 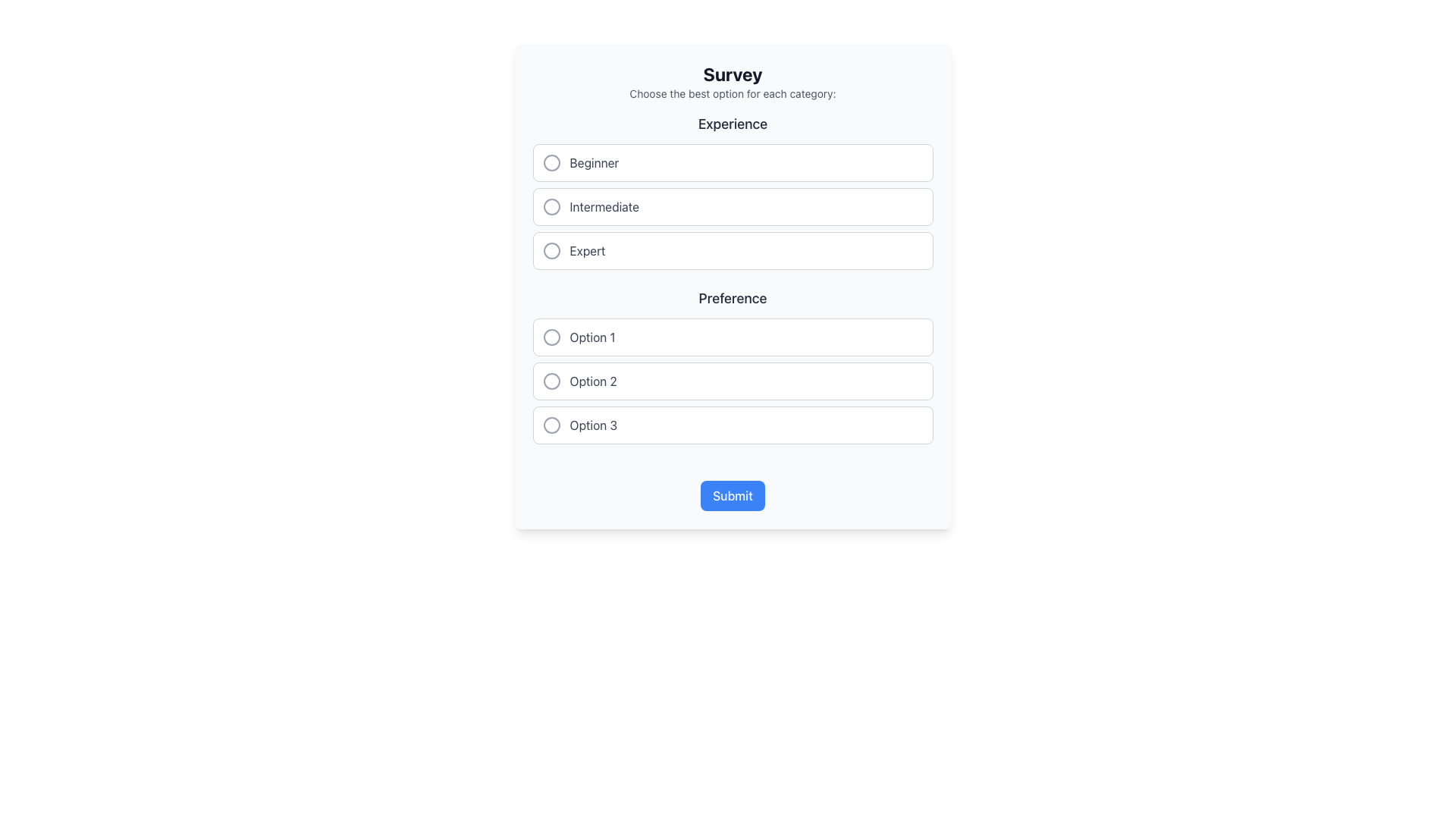 What do you see at coordinates (551, 336) in the screenshot?
I see `the radio button indicator circle for 'Option 1'` at bounding box center [551, 336].